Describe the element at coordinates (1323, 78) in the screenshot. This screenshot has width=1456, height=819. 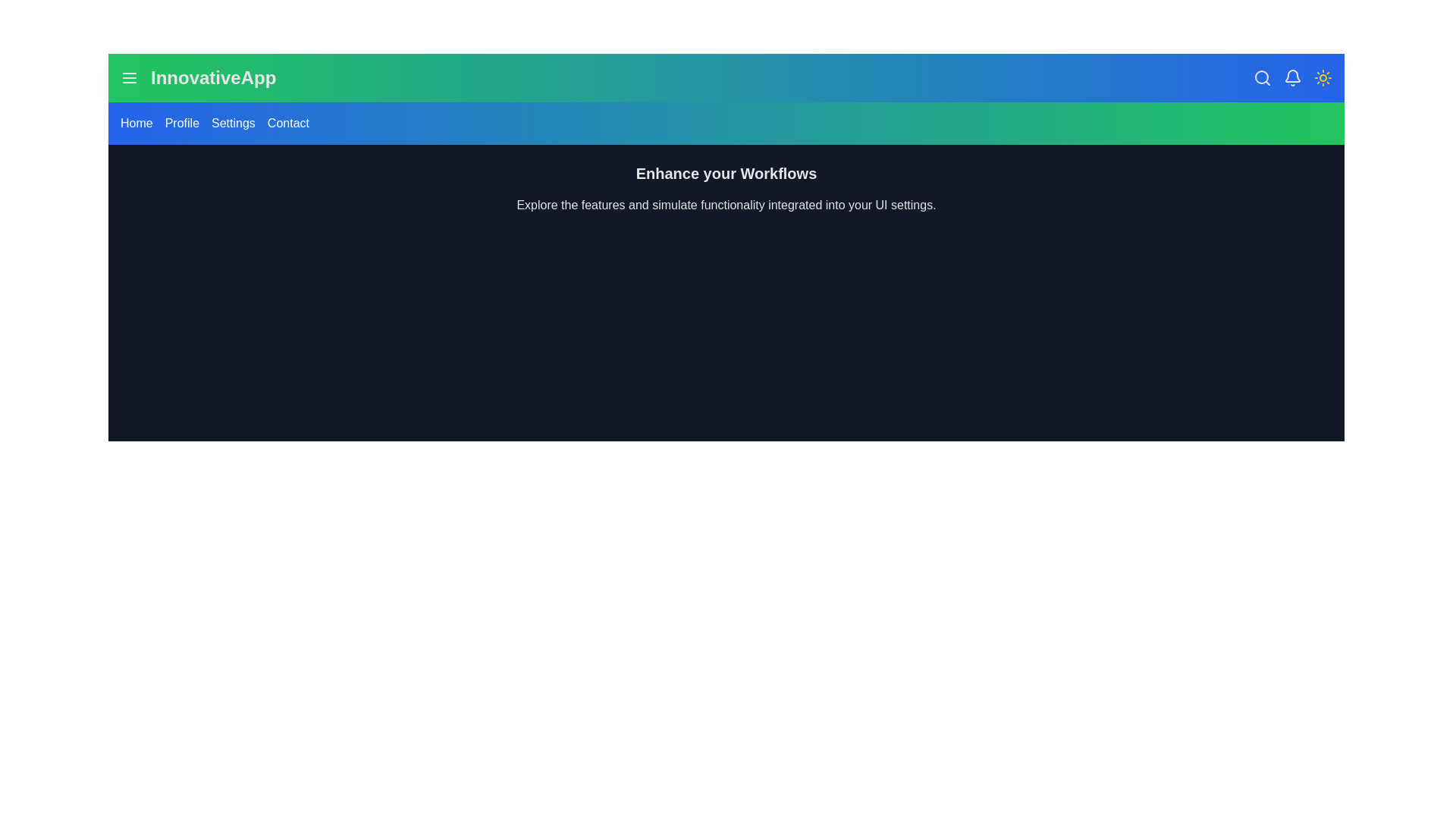
I see `the sun icon to toggle between dark and light modes` at that location.